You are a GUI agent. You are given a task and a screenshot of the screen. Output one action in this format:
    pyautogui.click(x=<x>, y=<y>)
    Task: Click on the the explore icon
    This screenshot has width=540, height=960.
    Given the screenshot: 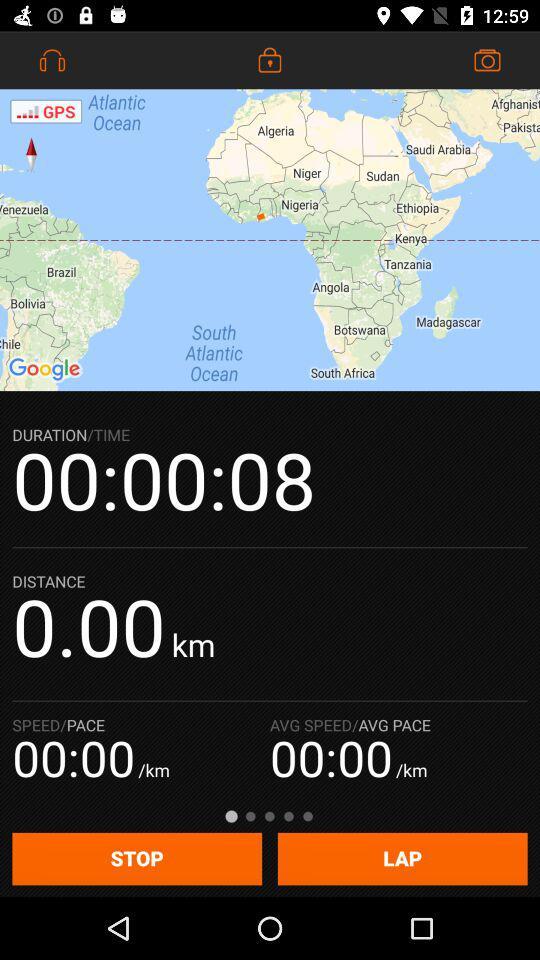 What is the action you would take?
    pyautogui.click(x=30, y=153)
    